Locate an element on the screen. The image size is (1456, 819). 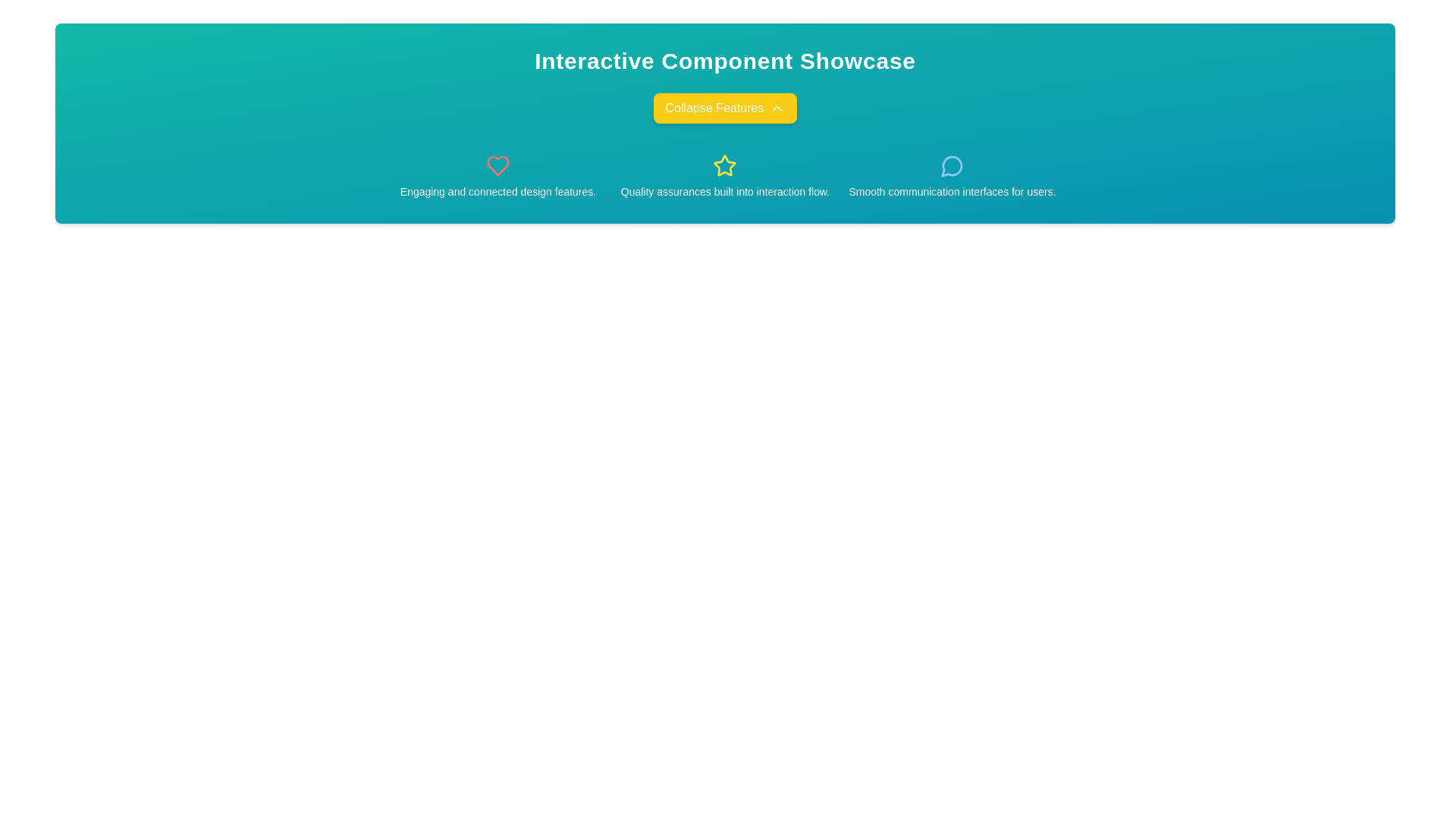
the button located centrally beneath the title 'Interactive Component Showcase' is located at coordinates (724, 107).